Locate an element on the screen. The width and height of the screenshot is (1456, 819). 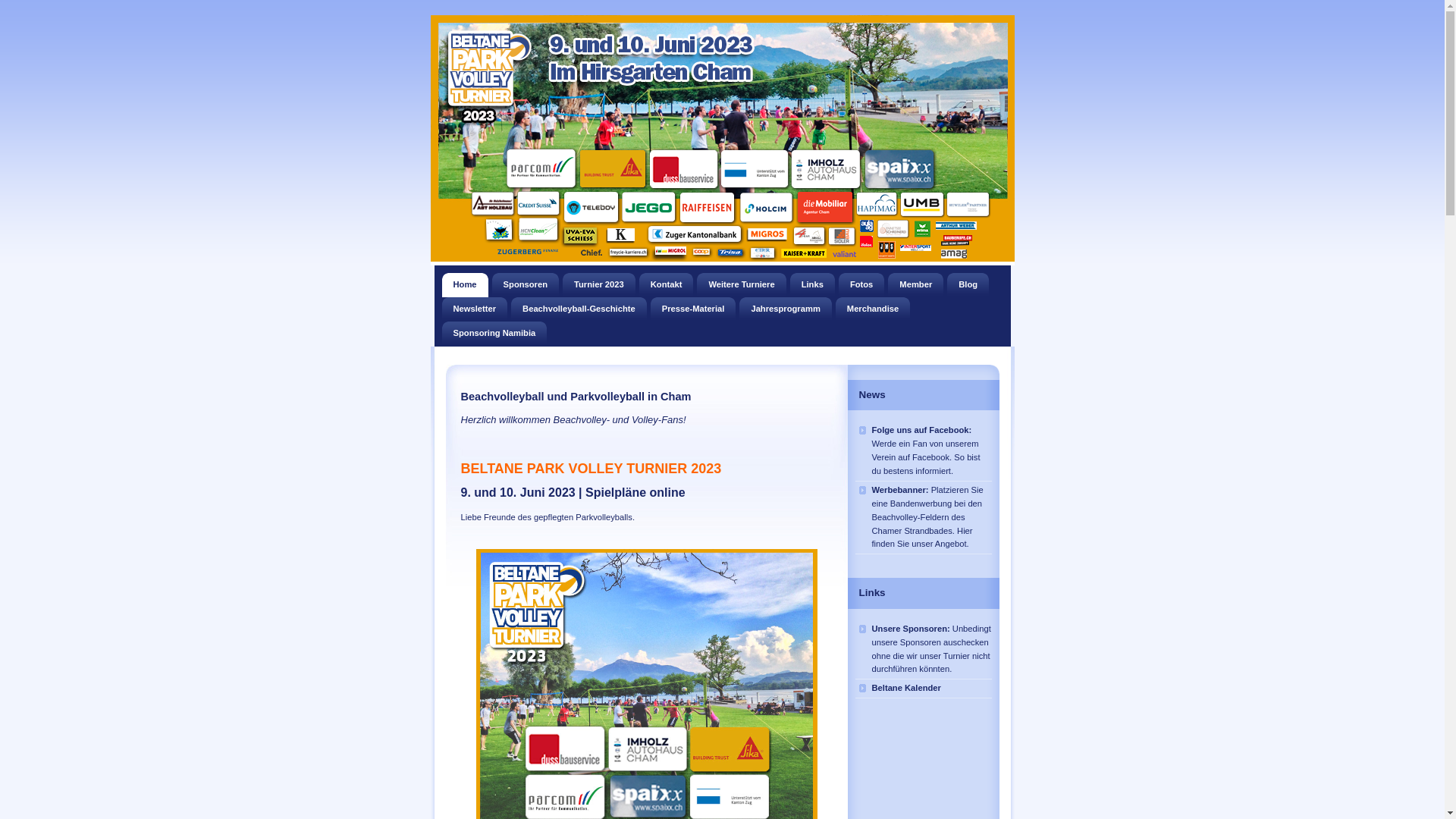
'Beachvolleyball-Geschichte is located at coordinates (578, 309).